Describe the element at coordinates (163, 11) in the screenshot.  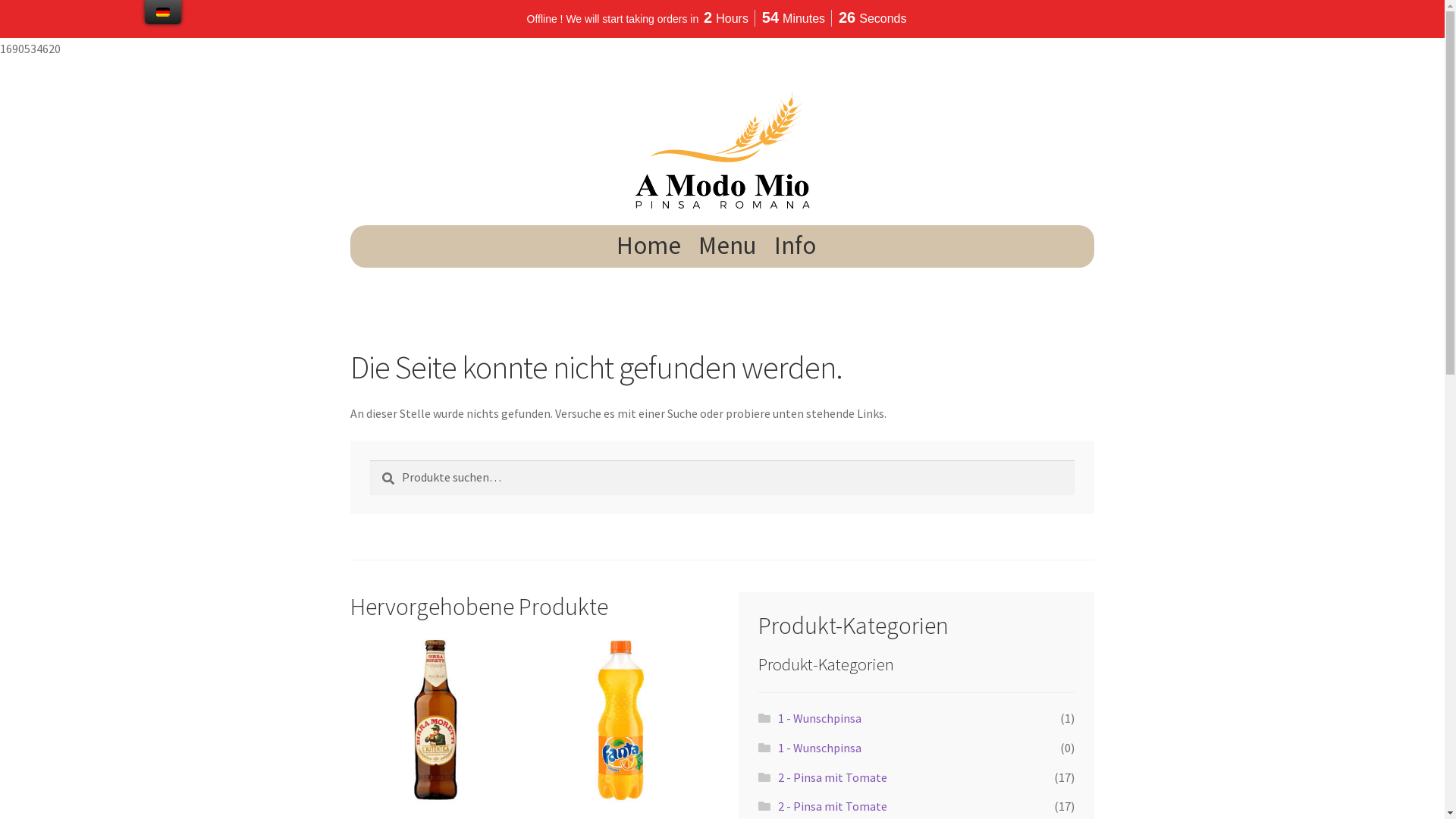
I see `'German'` at that location.